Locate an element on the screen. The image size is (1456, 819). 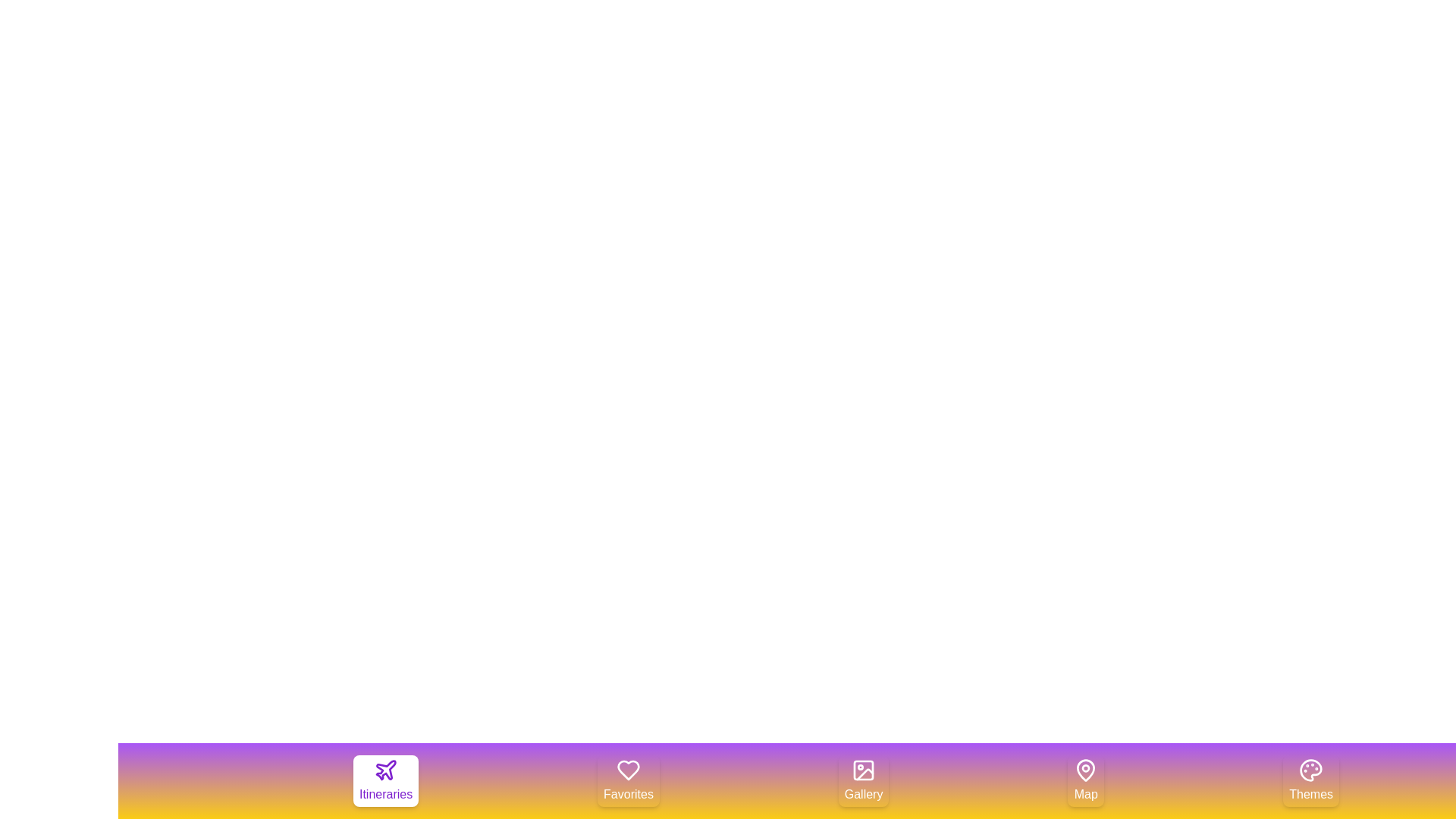
the tab labeled Gallery is located at coordinates (864, 780).